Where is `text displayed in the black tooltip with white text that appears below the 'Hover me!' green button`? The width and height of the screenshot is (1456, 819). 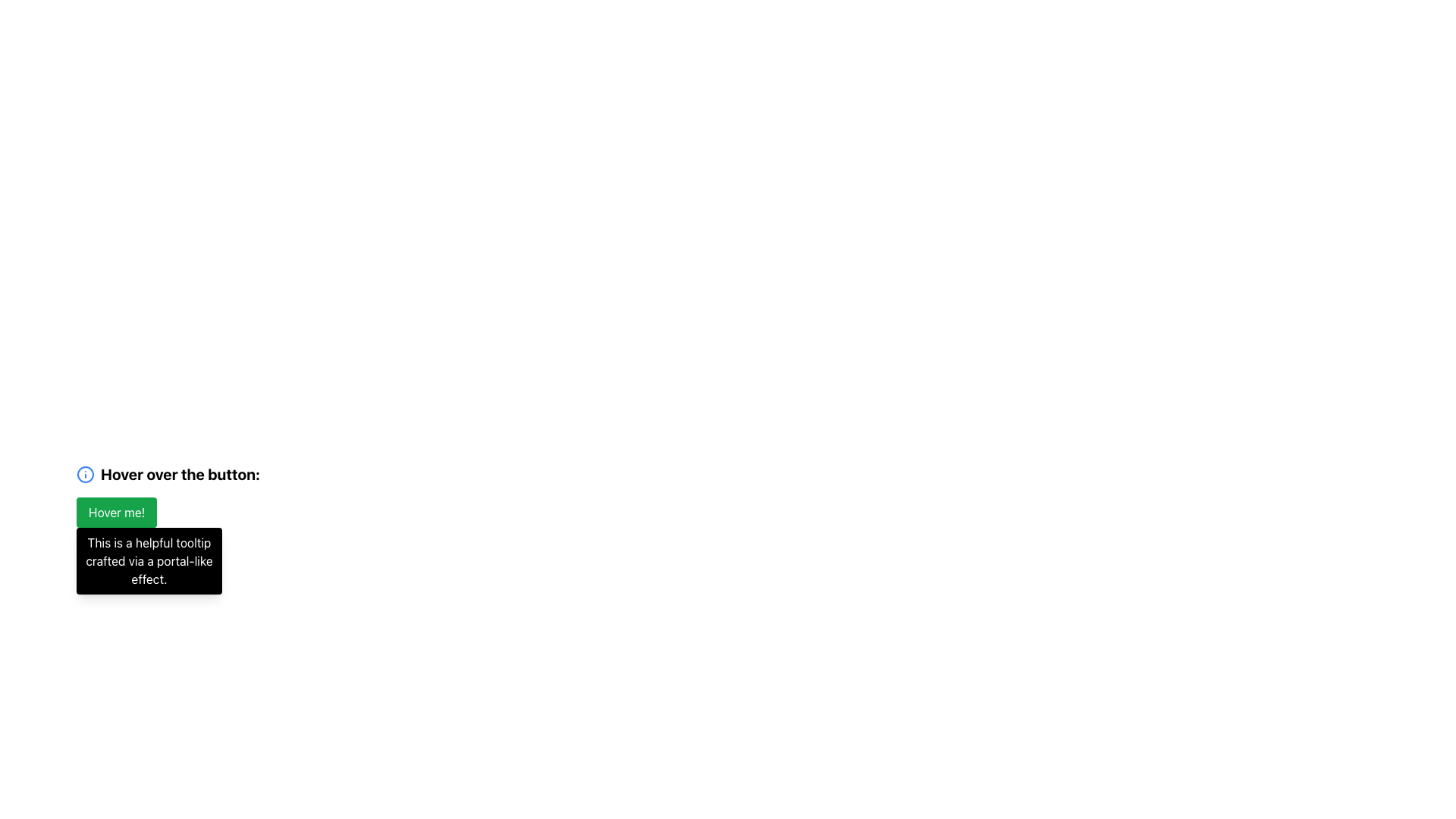
text displayed in the black tooltip with white text that appears below the 'Hover me!' green button is located at coordinates (149, 561).